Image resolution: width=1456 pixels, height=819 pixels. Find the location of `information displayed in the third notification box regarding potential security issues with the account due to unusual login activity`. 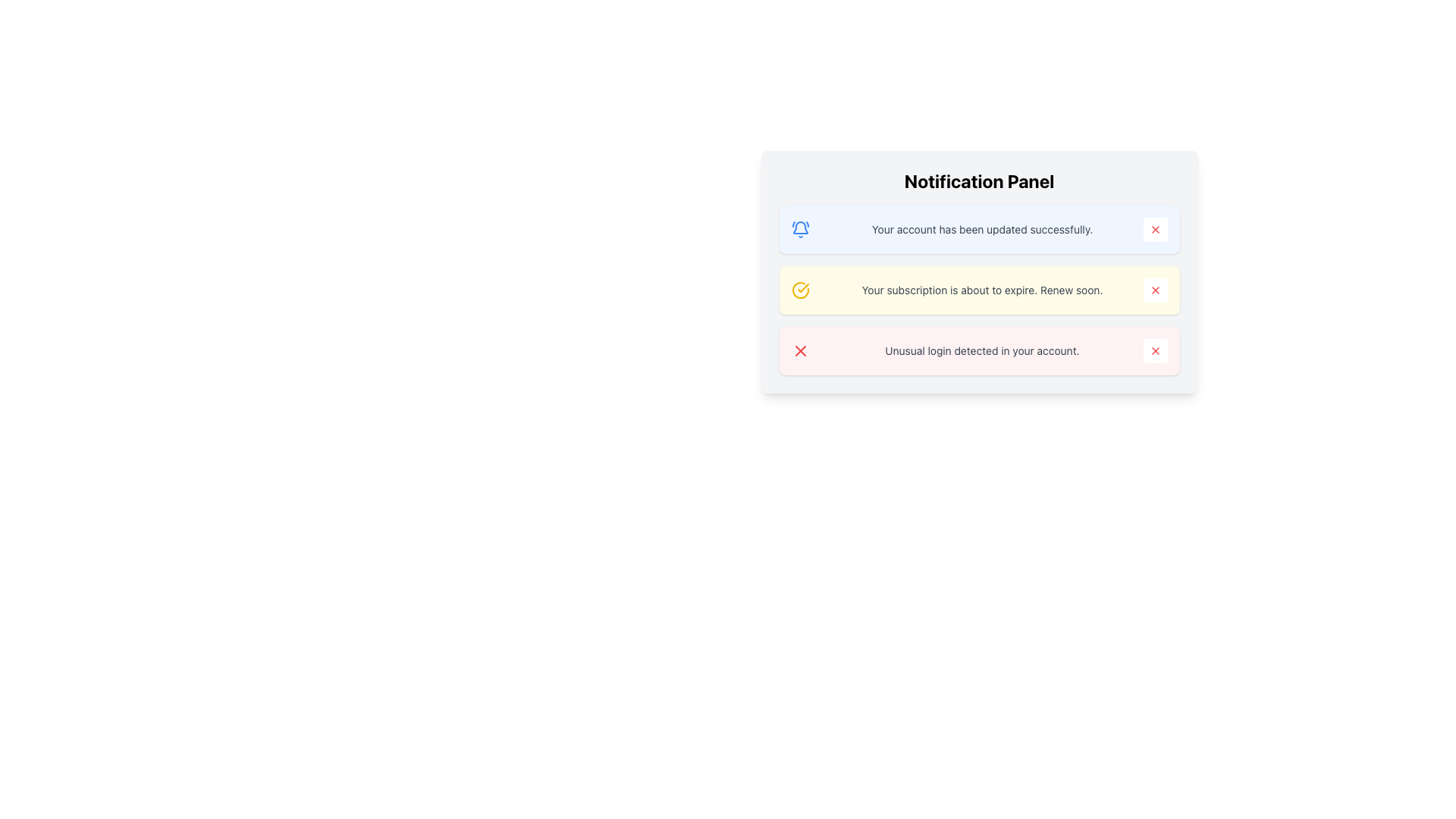

information displayed in the third notification box regarding potential security issues with the account due to unusual login activity is located at coordinates (982, 350).